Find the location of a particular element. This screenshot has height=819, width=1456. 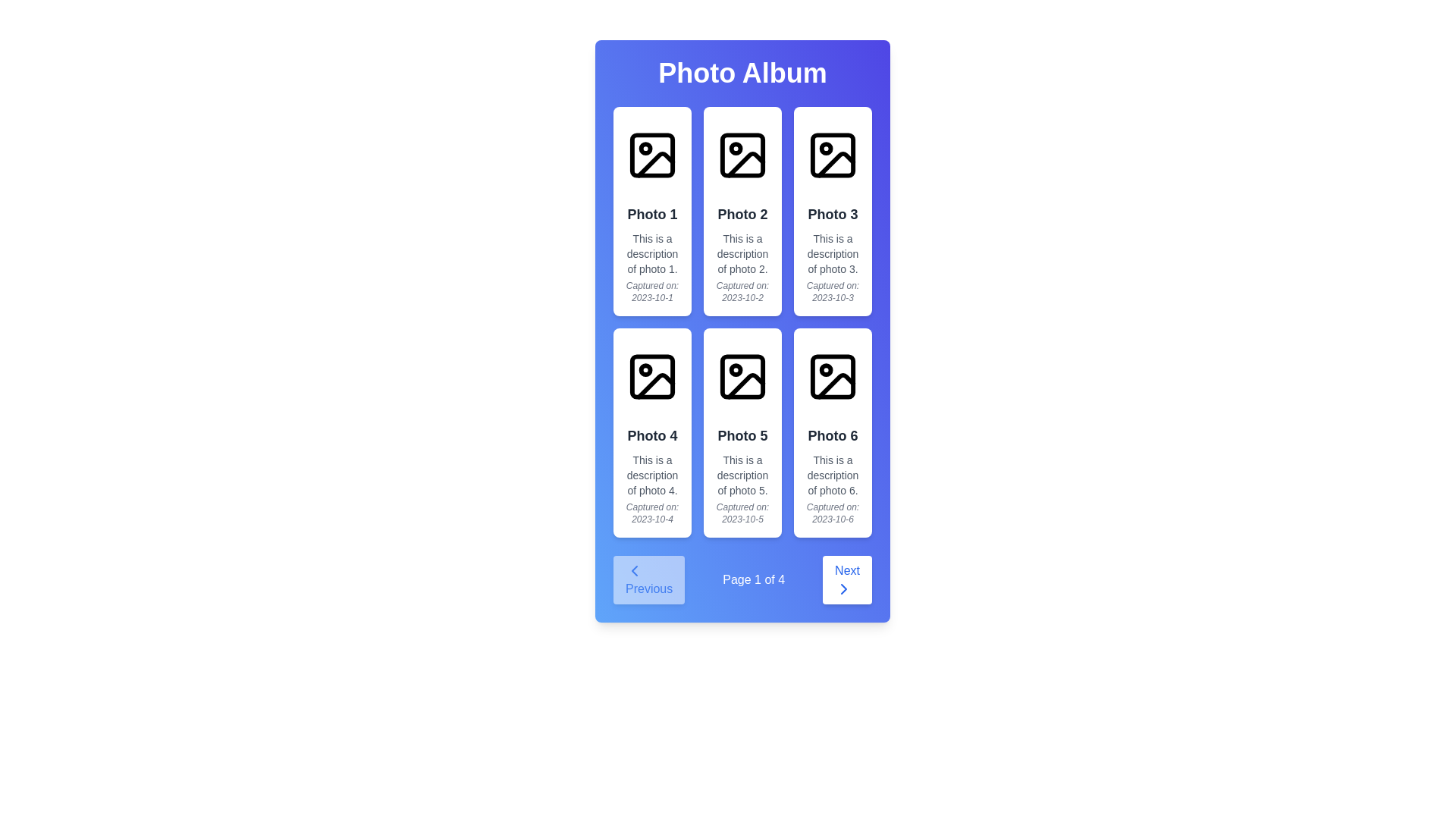

the photo icon, which is a graphical representation of a photo with rounded corners and a central circle located in the bottom-right corner of the 3x2 grid labeled 'Photo 6' is located at coordinates (832, 376).